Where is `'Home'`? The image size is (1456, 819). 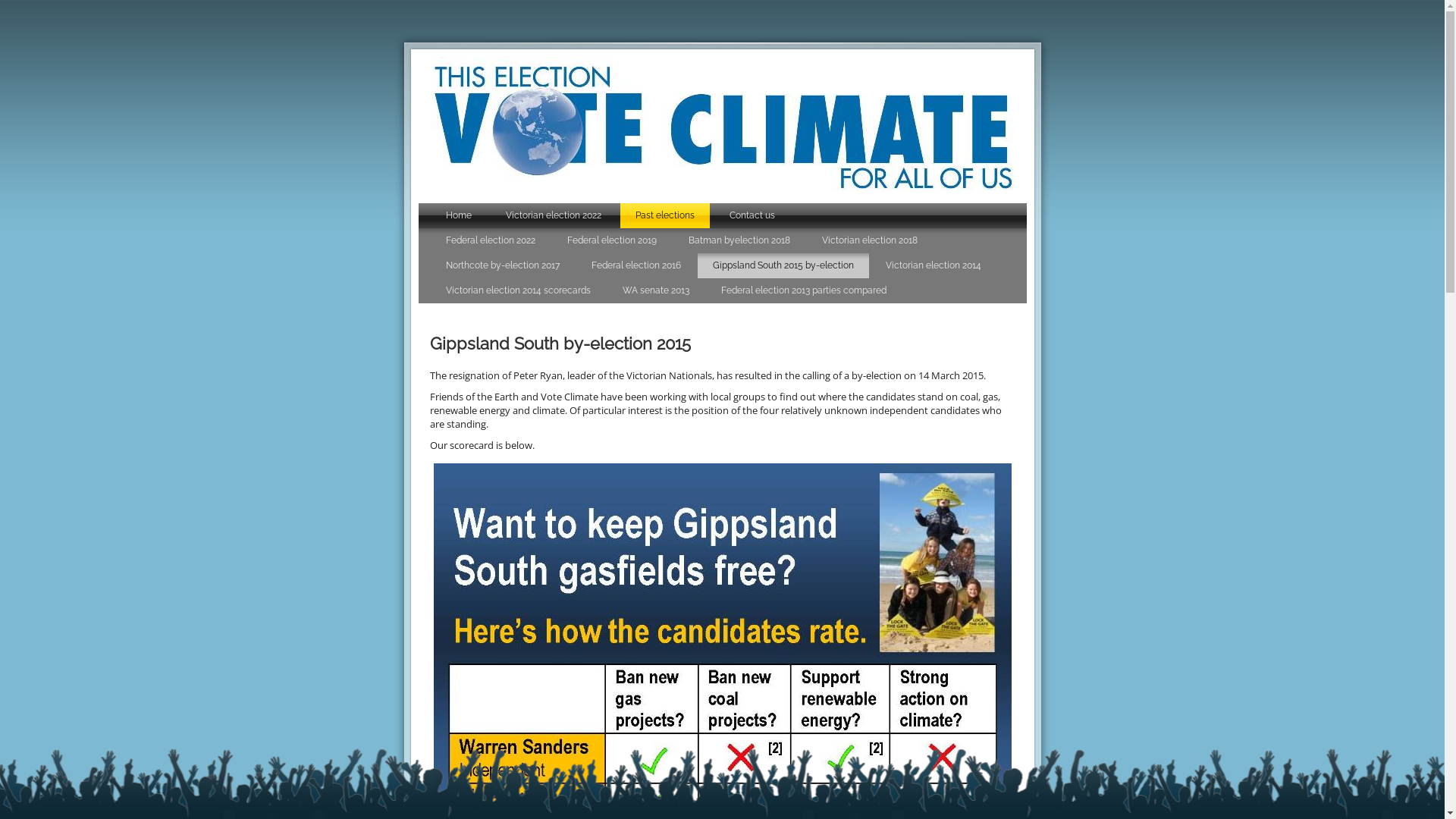 'Home' is located at coordinates (457, 215).